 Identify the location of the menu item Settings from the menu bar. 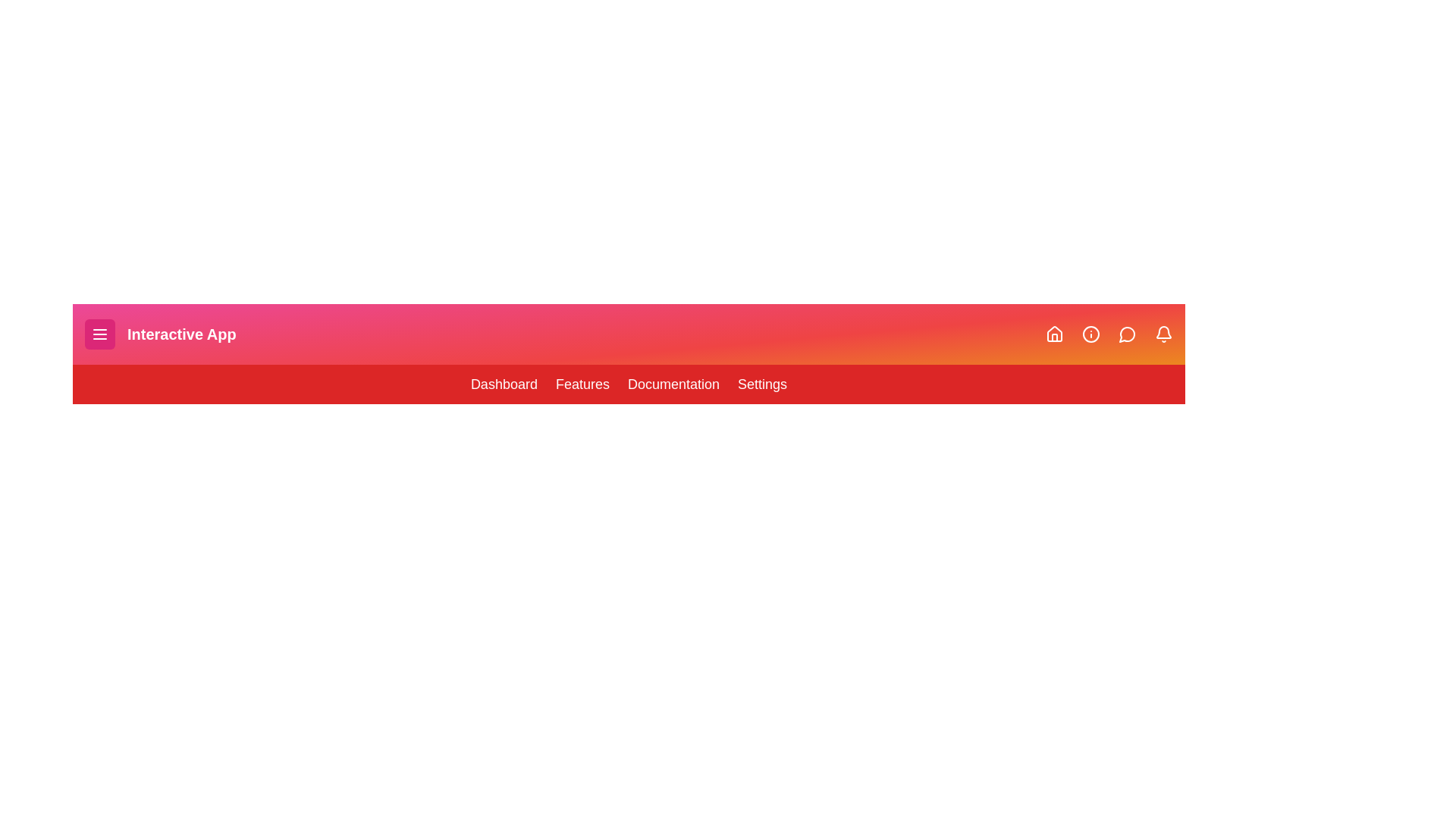
(762, 383).